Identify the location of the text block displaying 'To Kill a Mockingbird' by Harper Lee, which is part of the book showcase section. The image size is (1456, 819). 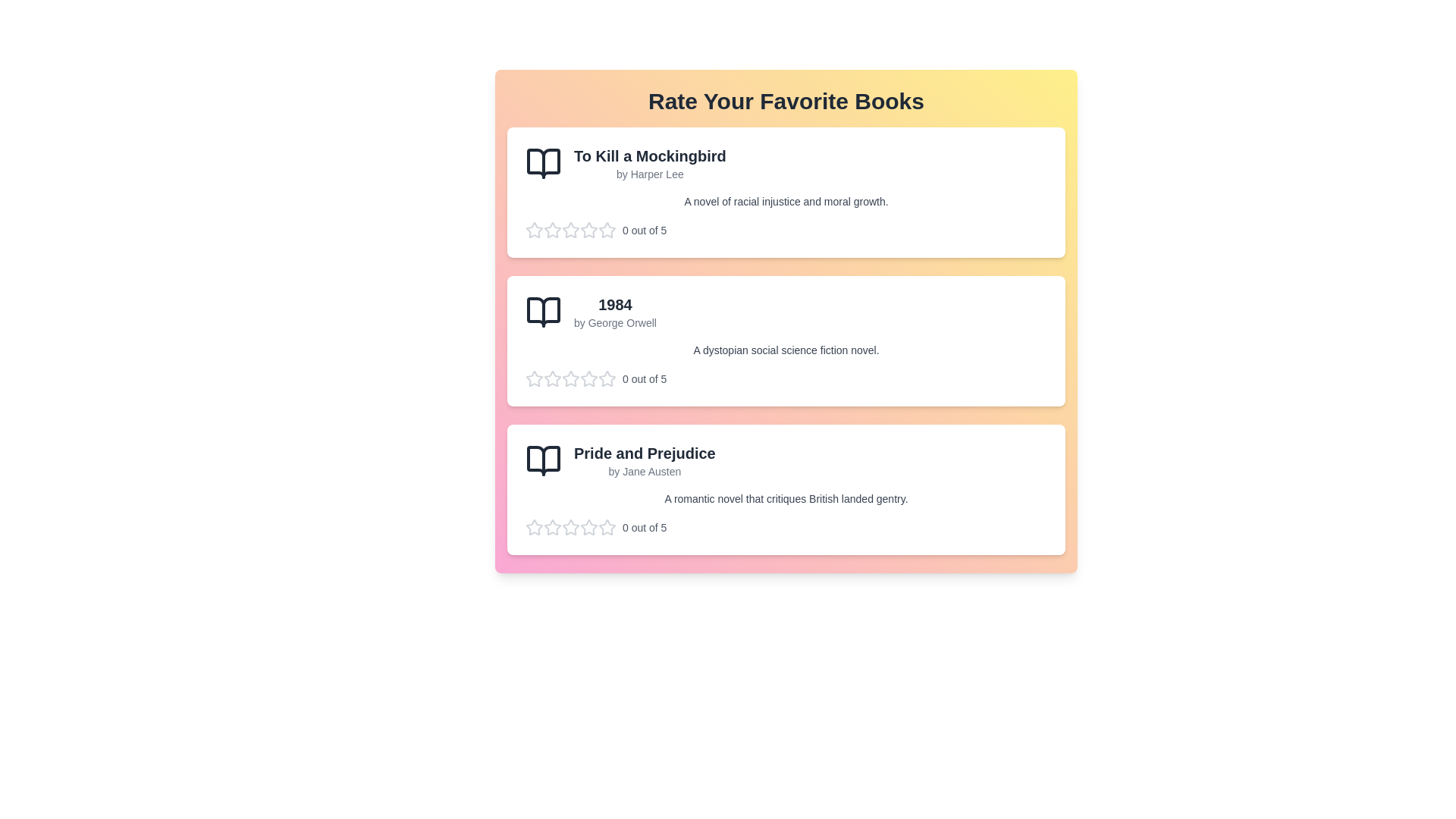
(650, 164).